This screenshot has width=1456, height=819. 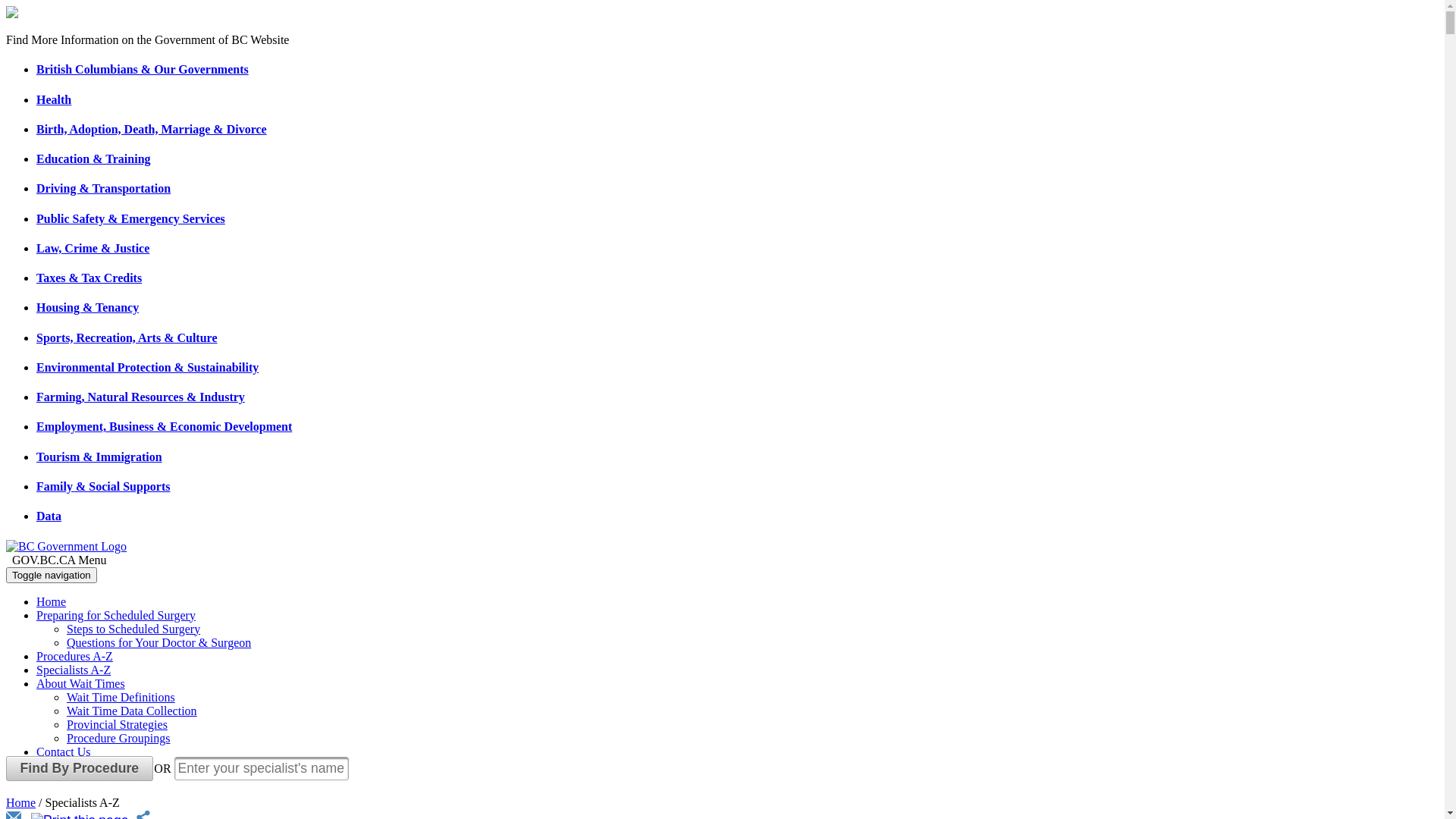 I want to click on 'Provincial Strategies', so click(x=116, y=723).